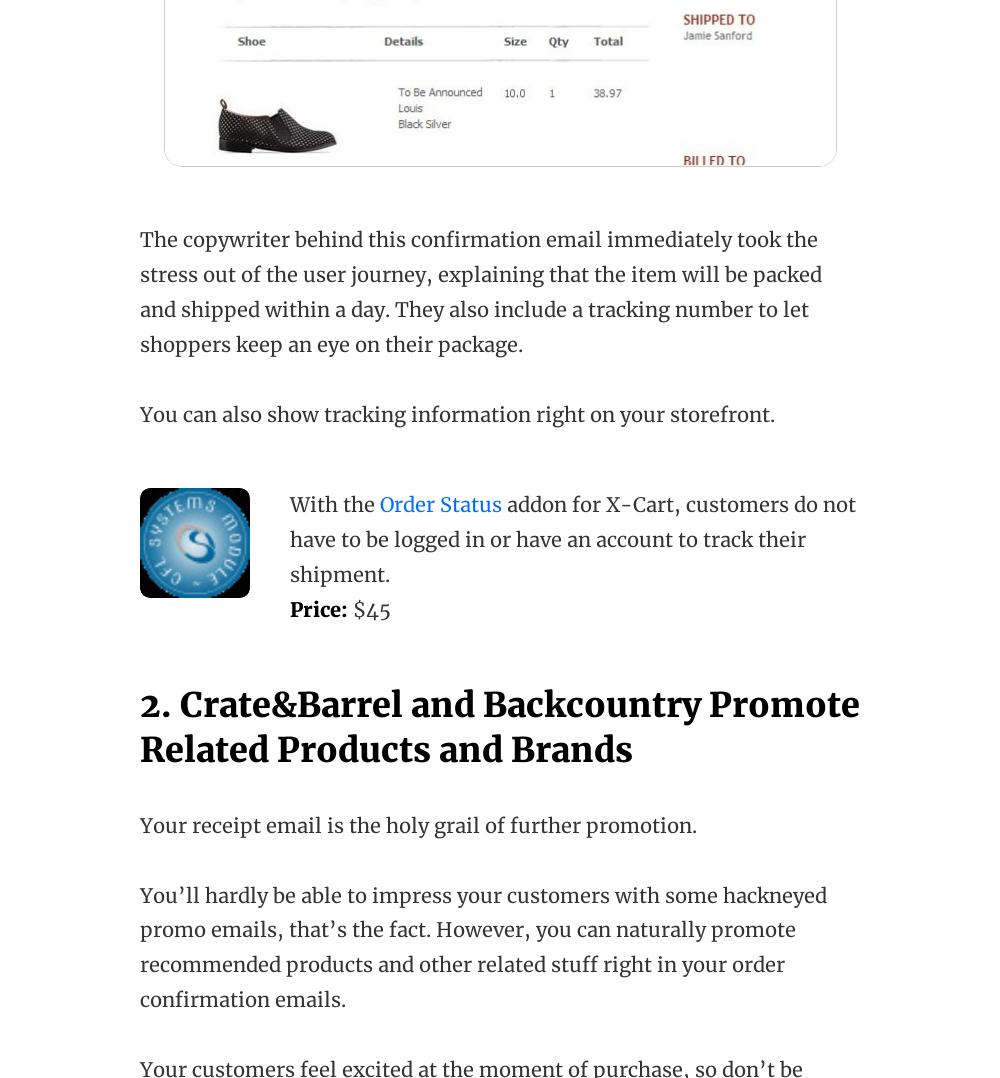 The image size is (1000, 1078). I want to click on 'Order Status', so click(440, 504).